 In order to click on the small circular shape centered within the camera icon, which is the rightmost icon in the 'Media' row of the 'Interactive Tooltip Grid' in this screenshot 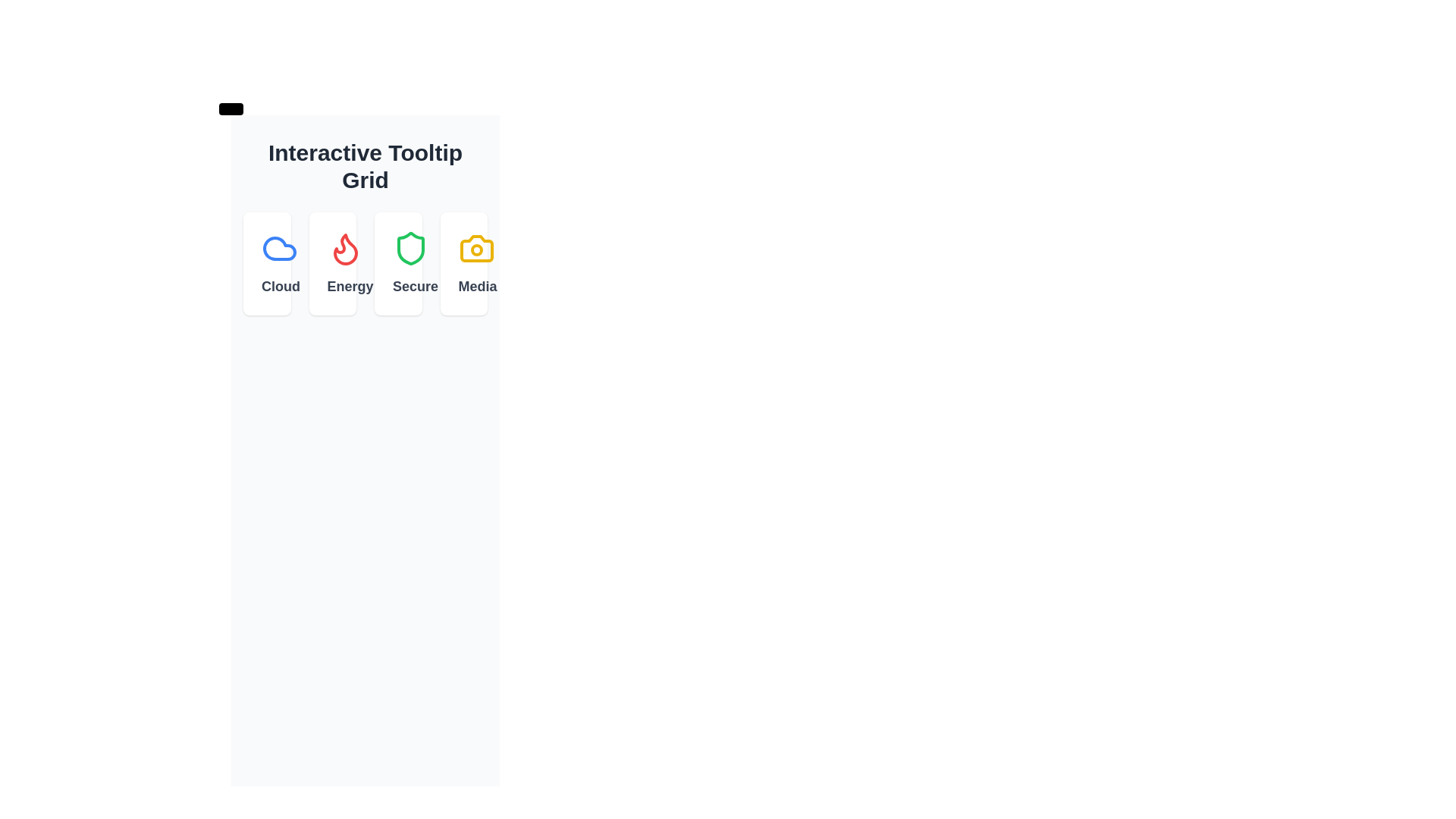, I will do `click(475, 249)`.